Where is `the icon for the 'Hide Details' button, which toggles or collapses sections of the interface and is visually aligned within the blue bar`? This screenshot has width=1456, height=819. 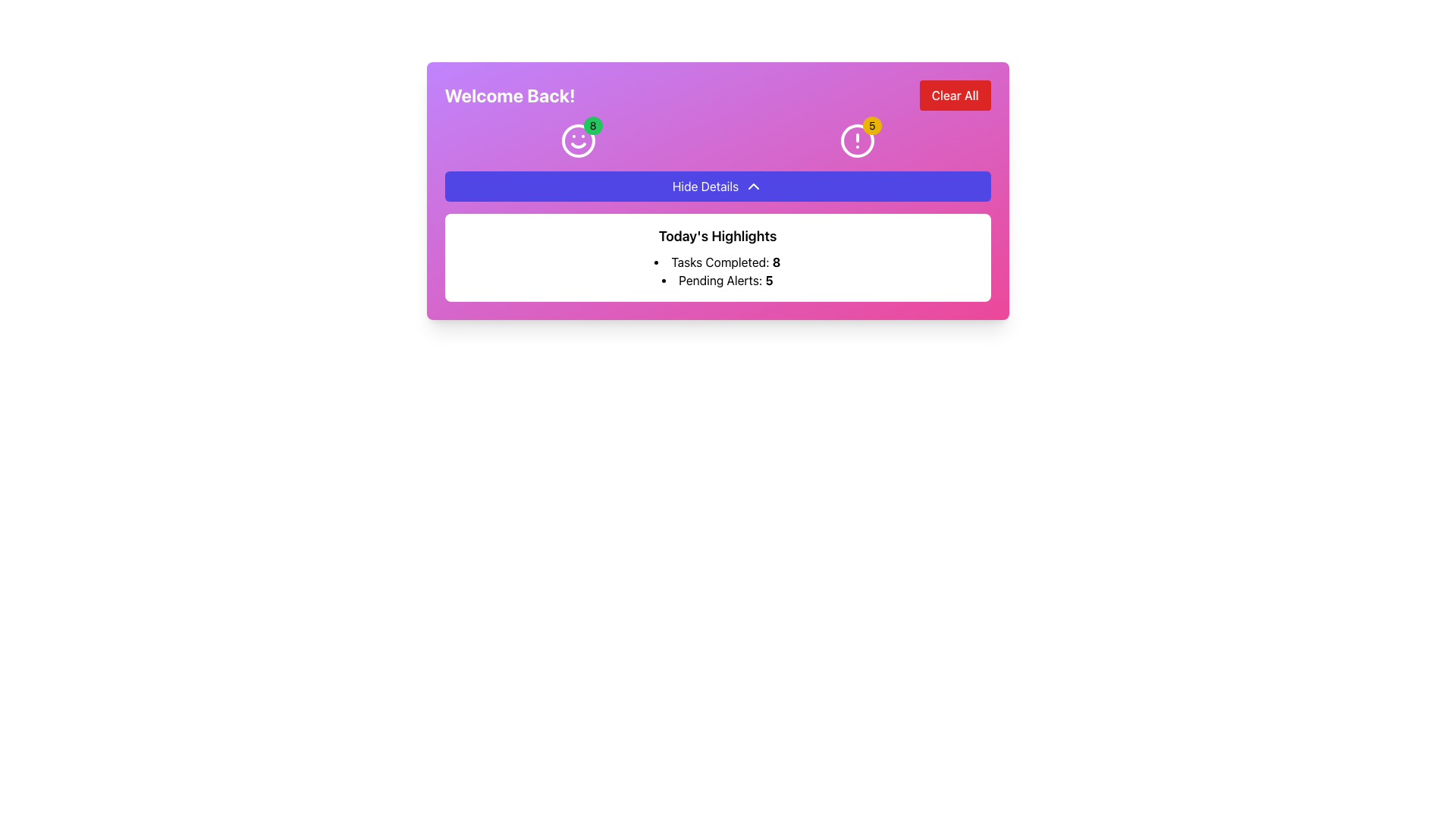 the icon for the 'Hide Details' button, which toggles or collapses sections of the interface and is visually aligned within the blue bar is located at coordinates (754, 186).